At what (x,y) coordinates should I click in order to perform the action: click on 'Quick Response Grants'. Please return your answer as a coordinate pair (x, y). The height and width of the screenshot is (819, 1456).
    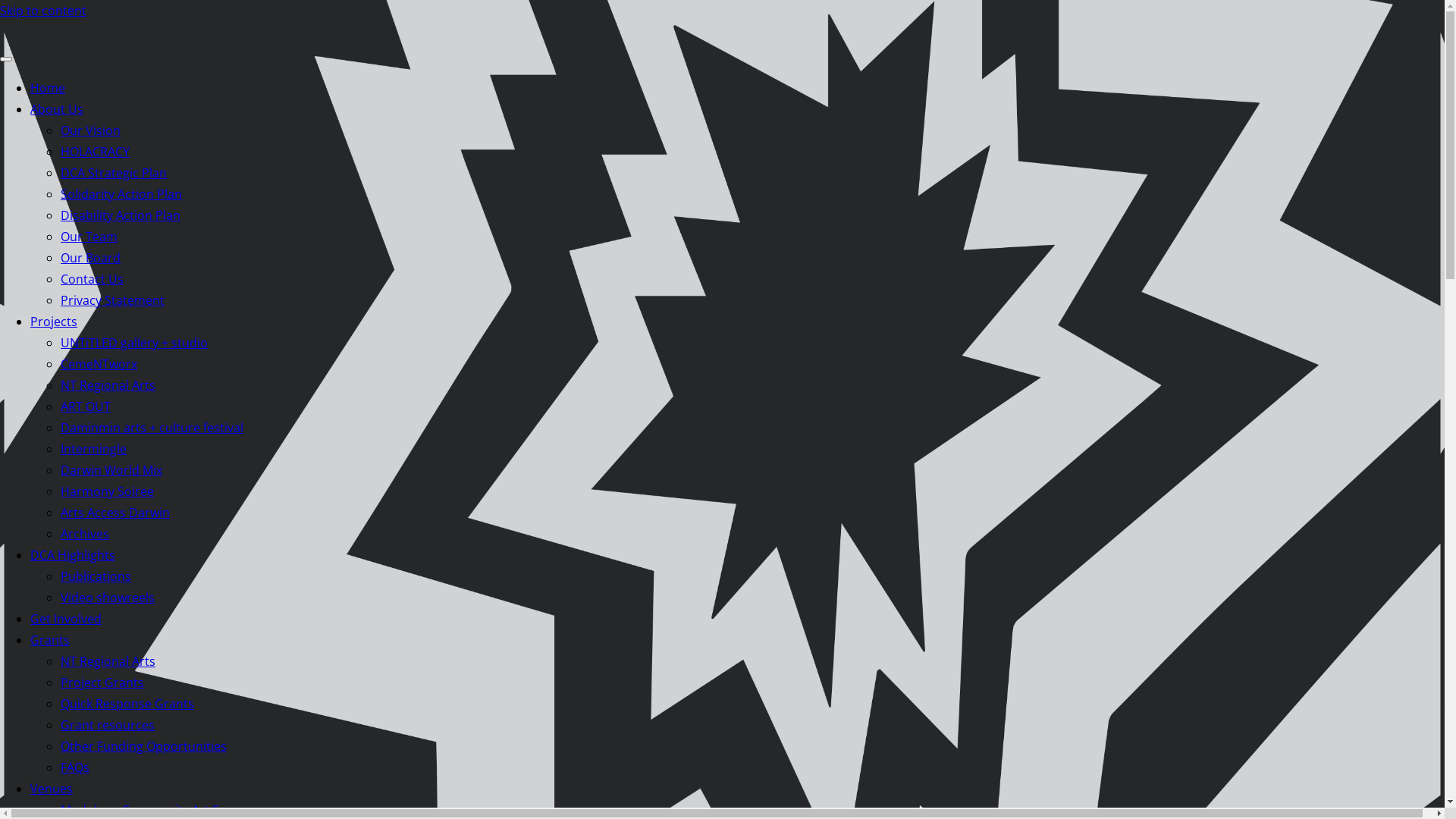
    Looking at the image, I should click on (127, 704).